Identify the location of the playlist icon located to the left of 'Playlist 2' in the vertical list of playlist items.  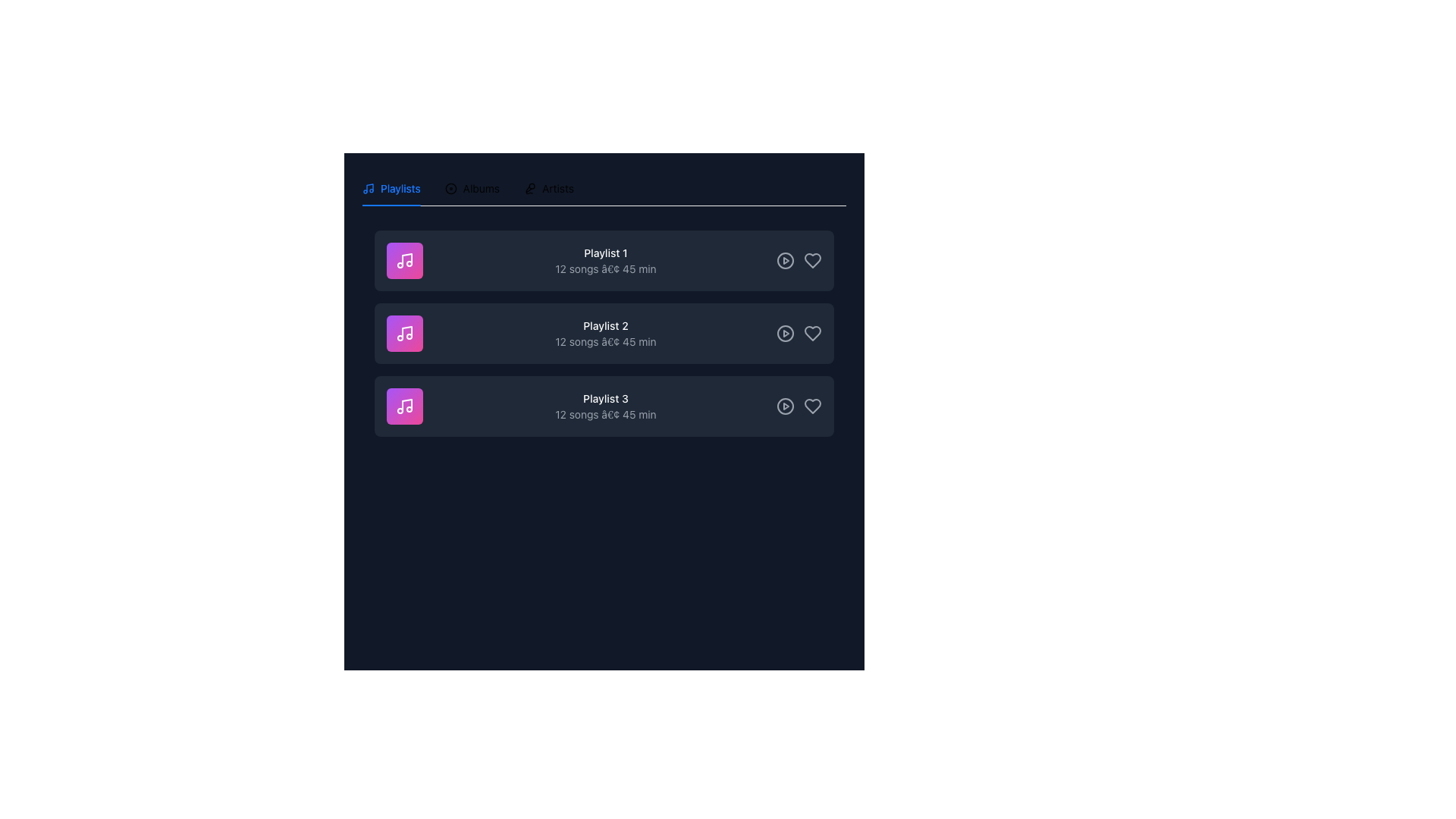
(404, 332).